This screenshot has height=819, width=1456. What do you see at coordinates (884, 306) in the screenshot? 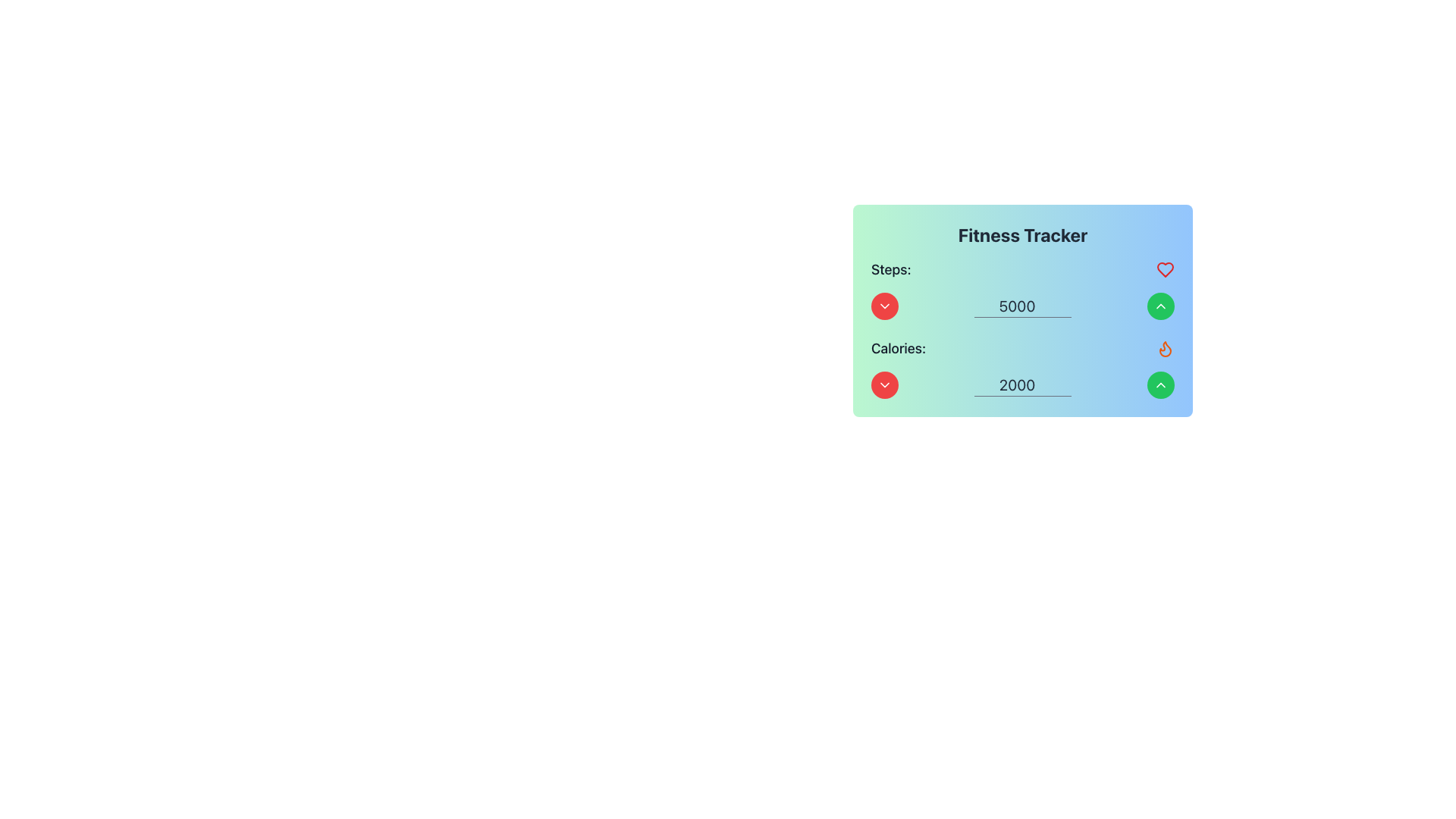
I see `the circular red button with white text and a downward-pointing chevron icon located within the 'Fitness Tracker' widget to decrement the value` at bounding box center [884, 306].